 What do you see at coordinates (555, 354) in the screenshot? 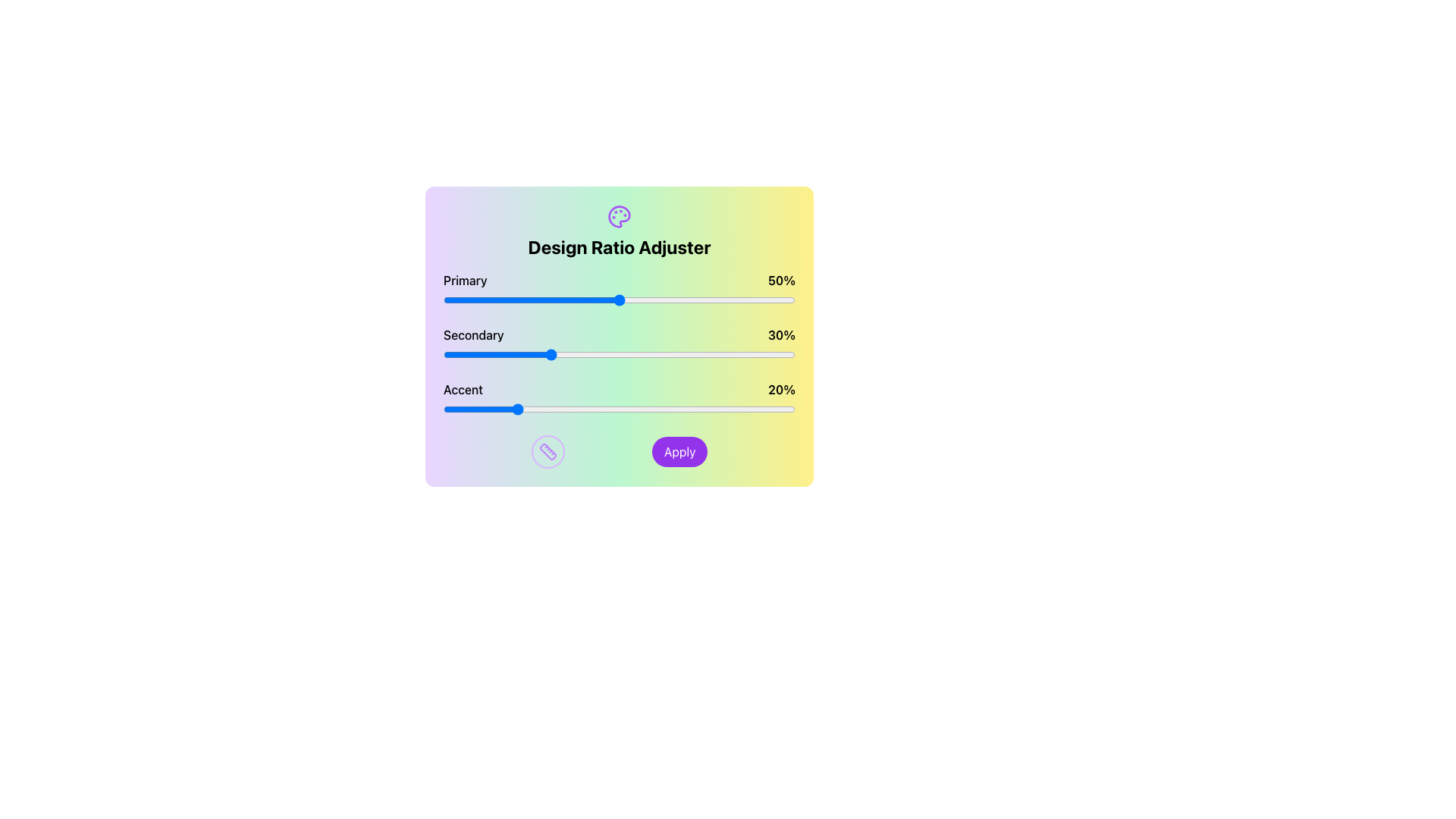
I see `the slider` at bounding box center [555, 354].